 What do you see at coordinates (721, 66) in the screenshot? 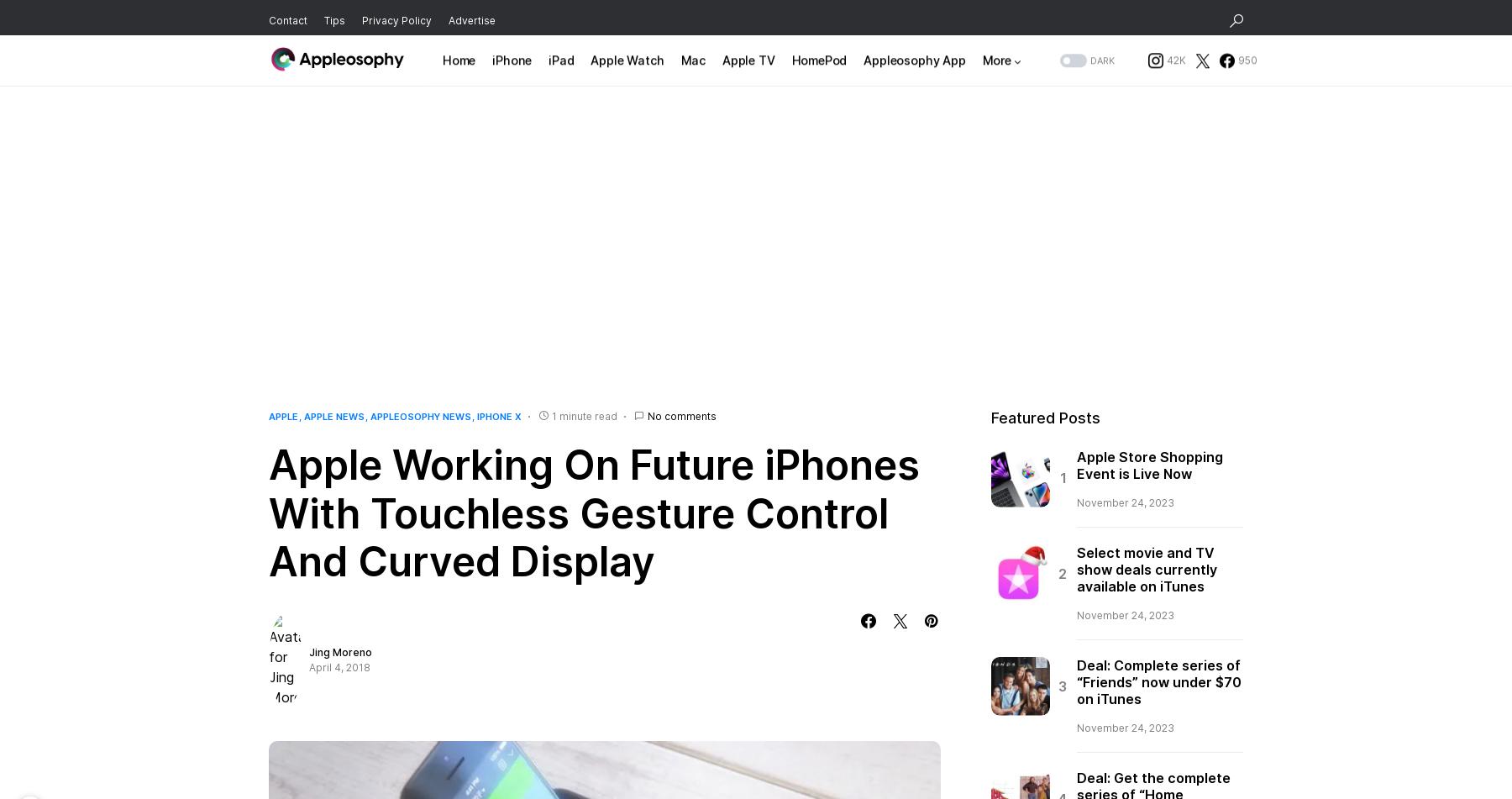
I see `'Apple TV'` at bounding box center [721, 66].